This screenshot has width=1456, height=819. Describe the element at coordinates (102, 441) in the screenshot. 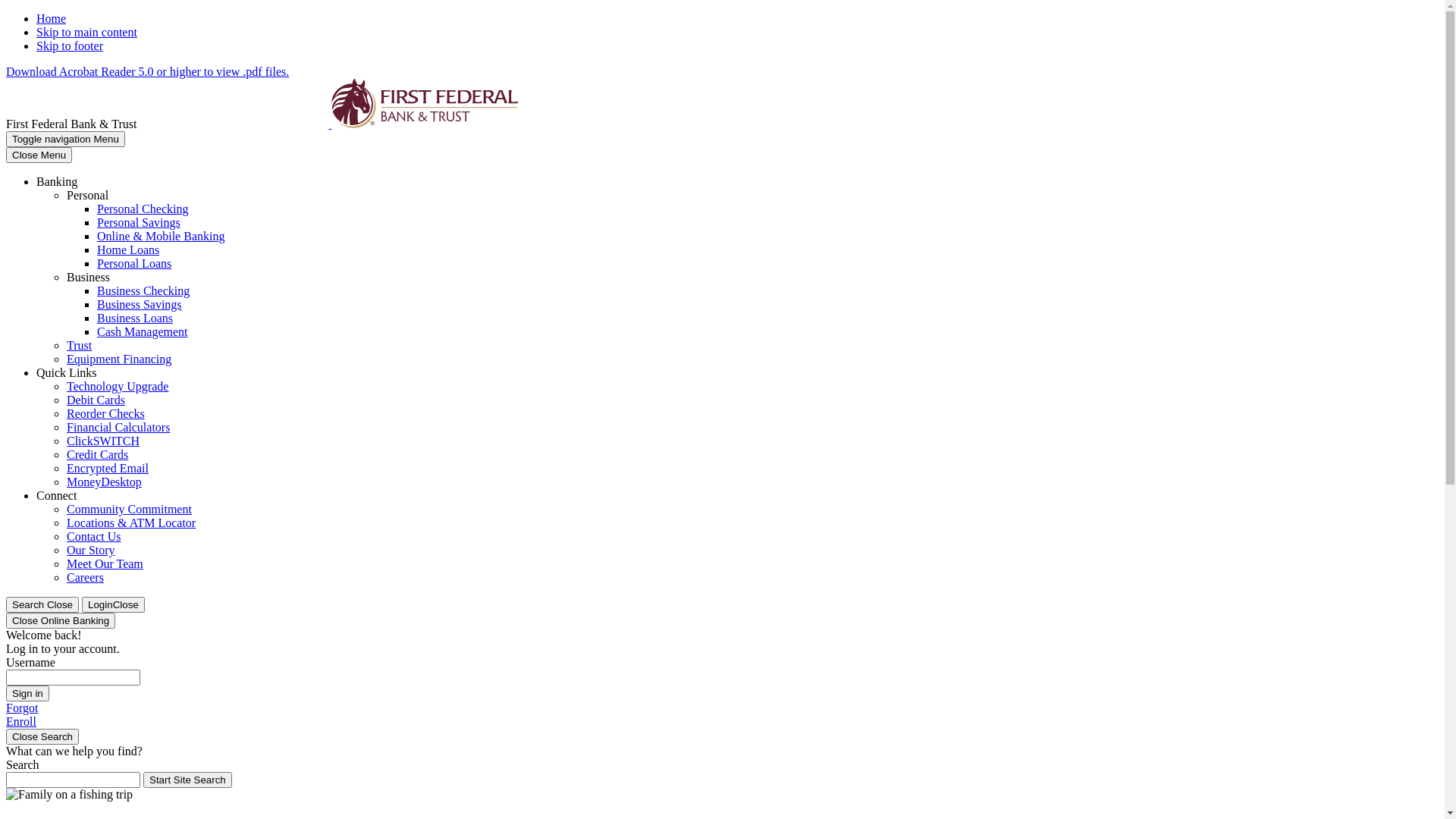

I see `'ClickSWITCH'` at that location.